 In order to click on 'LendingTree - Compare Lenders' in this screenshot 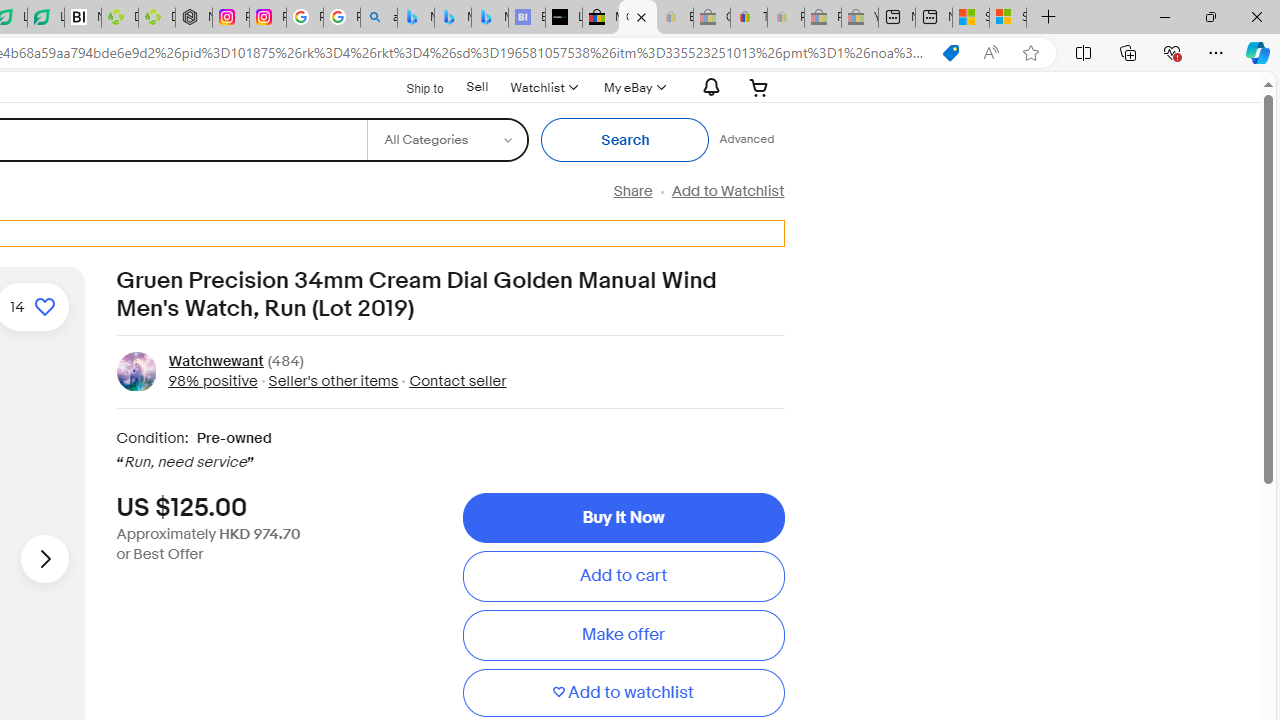, I will do `click(46, 17)`.